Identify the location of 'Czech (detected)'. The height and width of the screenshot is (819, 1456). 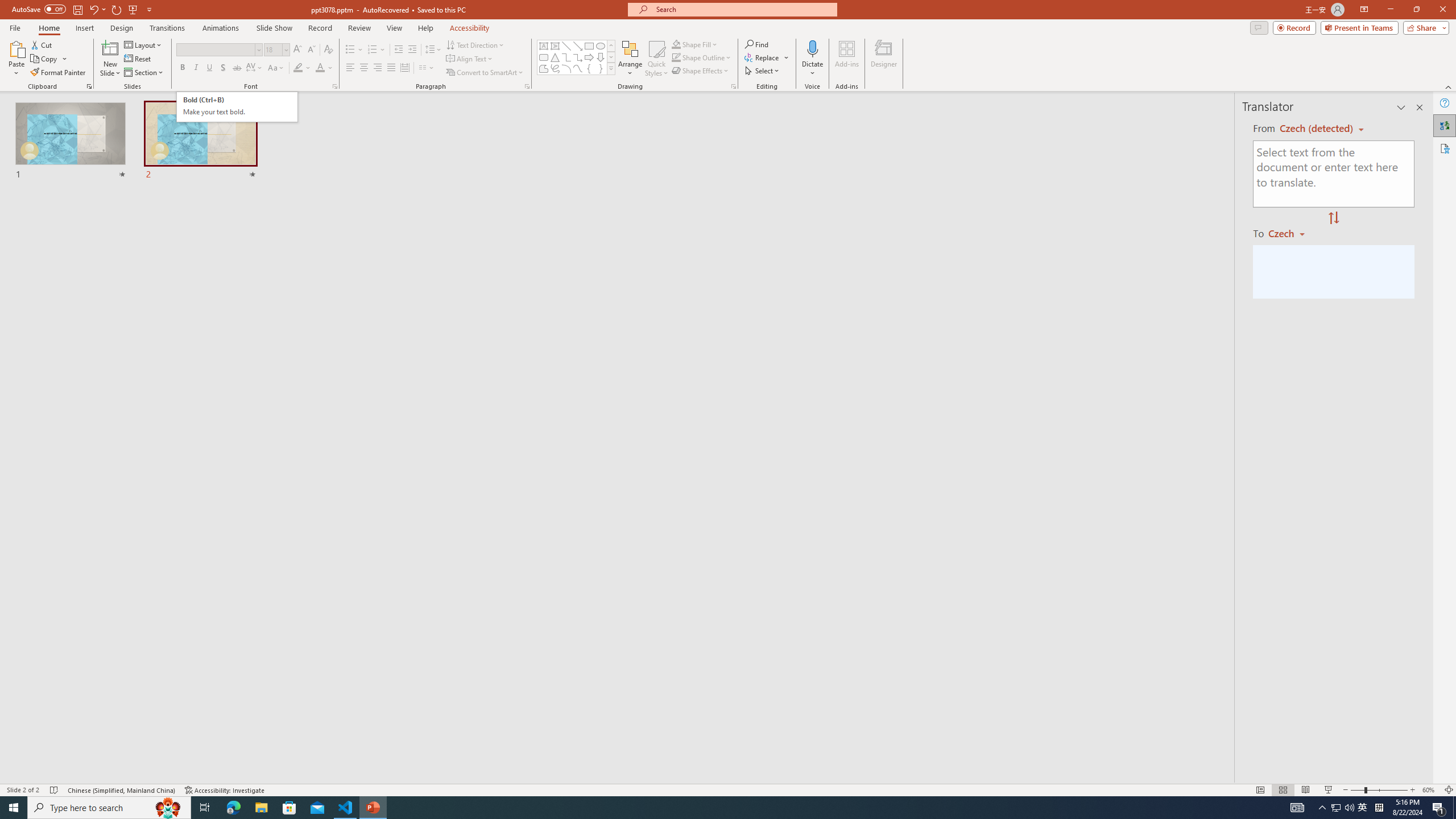
(1317, 128).